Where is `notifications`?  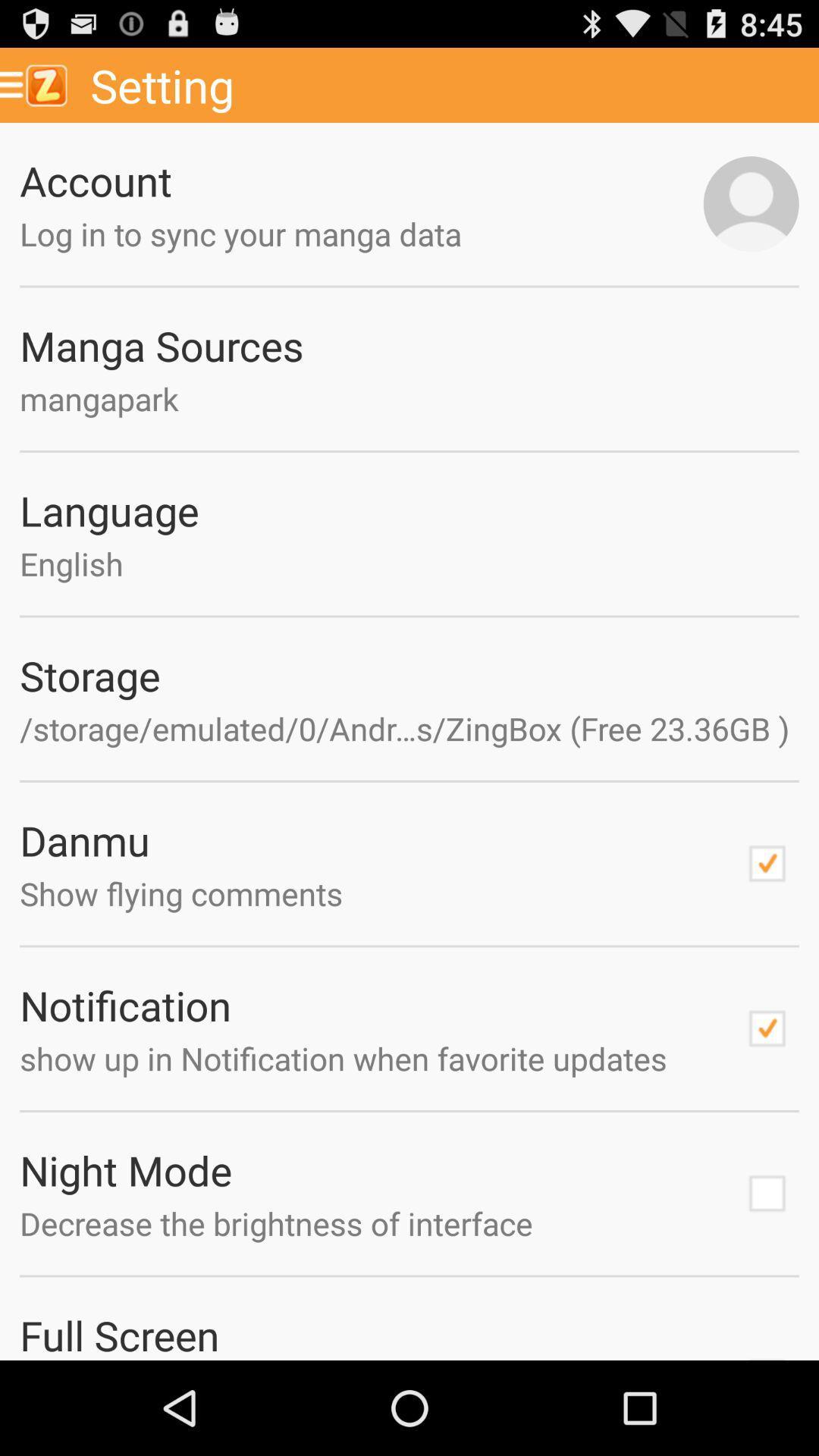 notifications is located at coordinates (767, 1028).